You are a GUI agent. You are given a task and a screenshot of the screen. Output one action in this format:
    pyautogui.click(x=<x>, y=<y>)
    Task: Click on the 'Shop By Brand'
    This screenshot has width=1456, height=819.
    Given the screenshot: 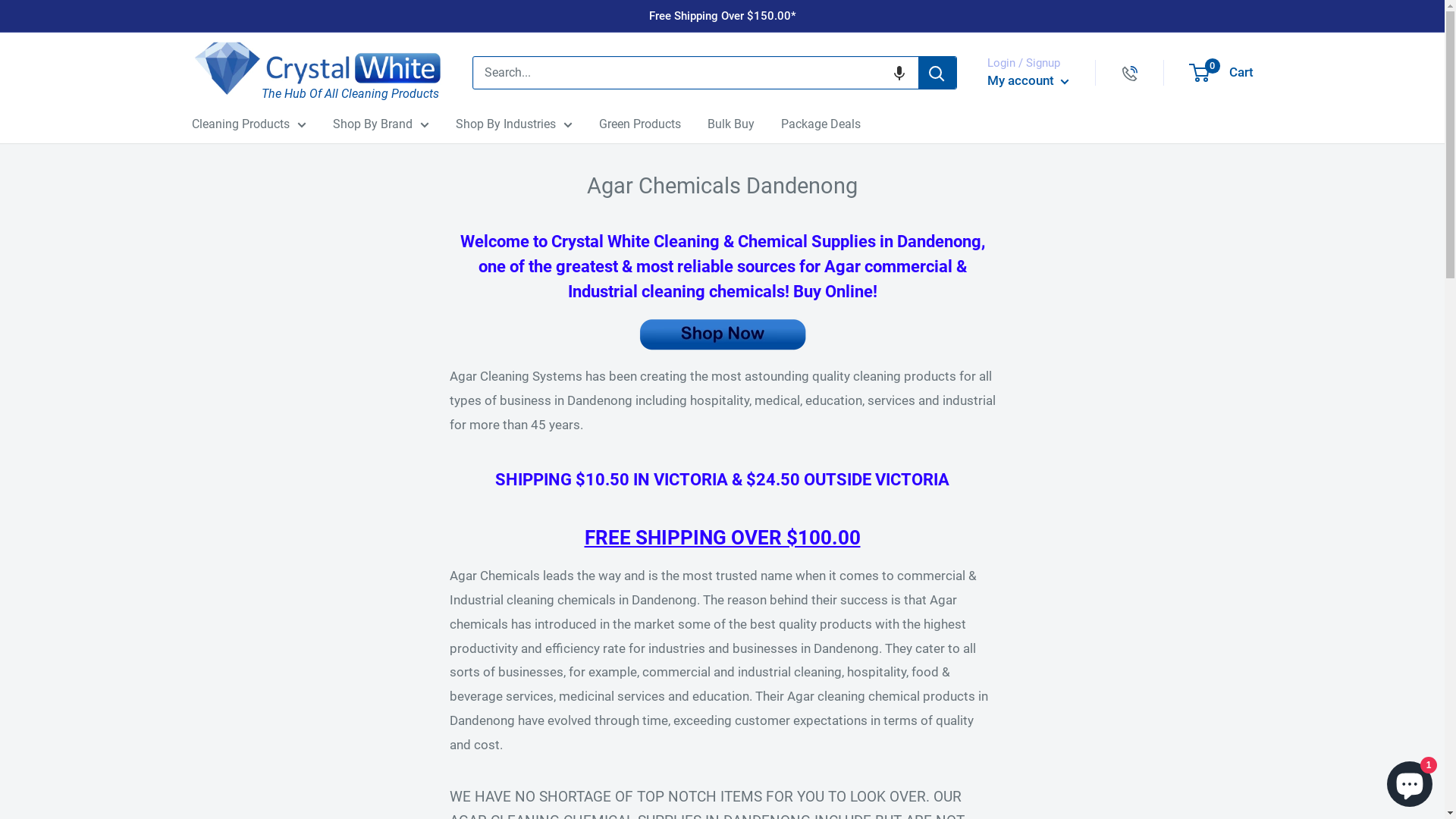 What is the action you would take?
    pyautogui.click(x=331, y=124)
    